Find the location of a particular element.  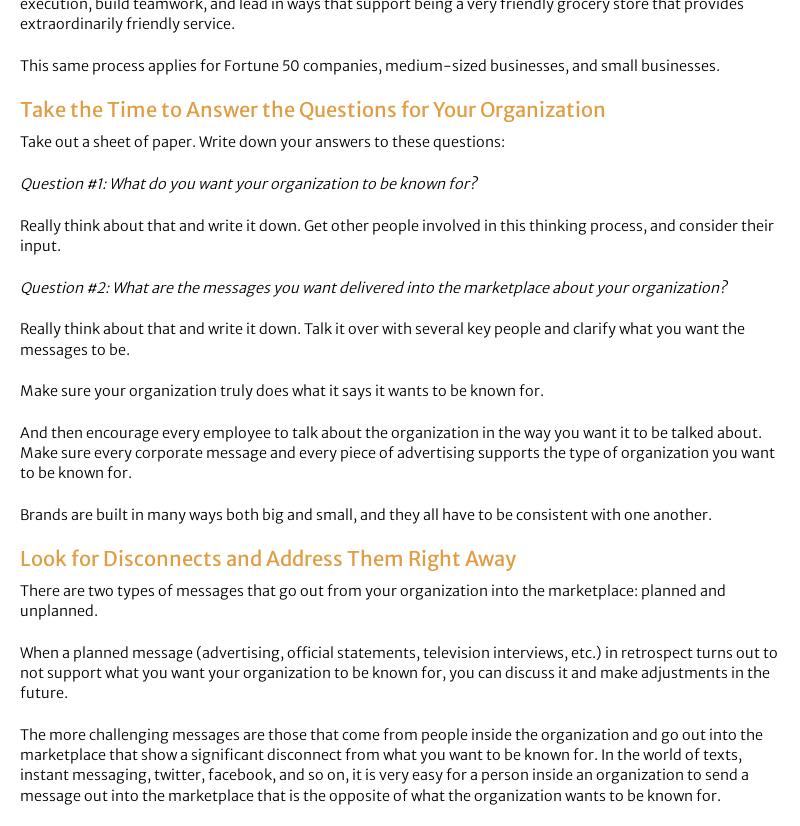

'Look for Disconnects and Address Them Right Away' is located at coordinates (20, 557).